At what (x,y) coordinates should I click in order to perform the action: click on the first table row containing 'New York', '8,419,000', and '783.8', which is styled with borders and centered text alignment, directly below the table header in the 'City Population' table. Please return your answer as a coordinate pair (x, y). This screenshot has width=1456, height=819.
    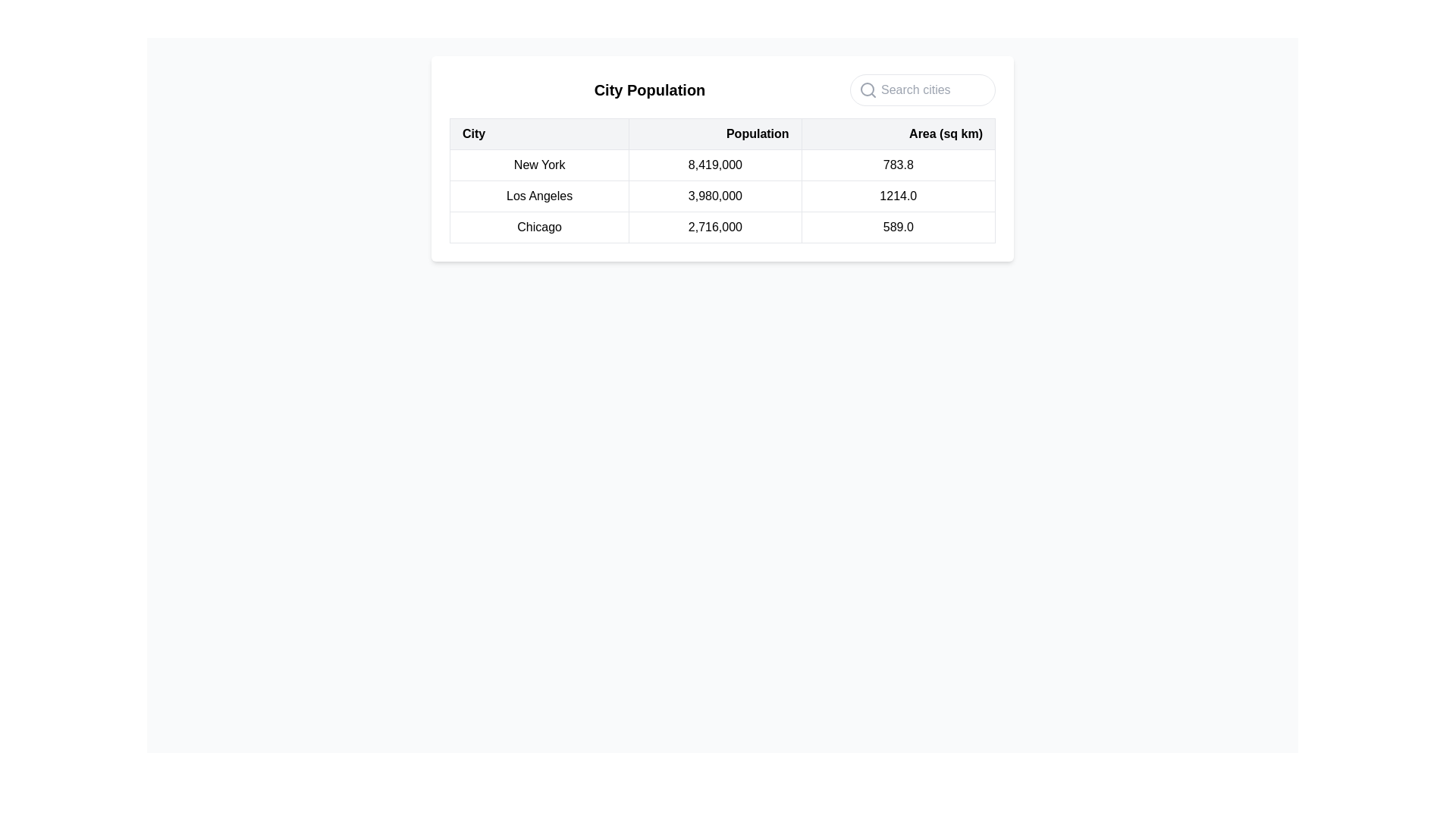
    Looking at the image, I should click on (722, 165).